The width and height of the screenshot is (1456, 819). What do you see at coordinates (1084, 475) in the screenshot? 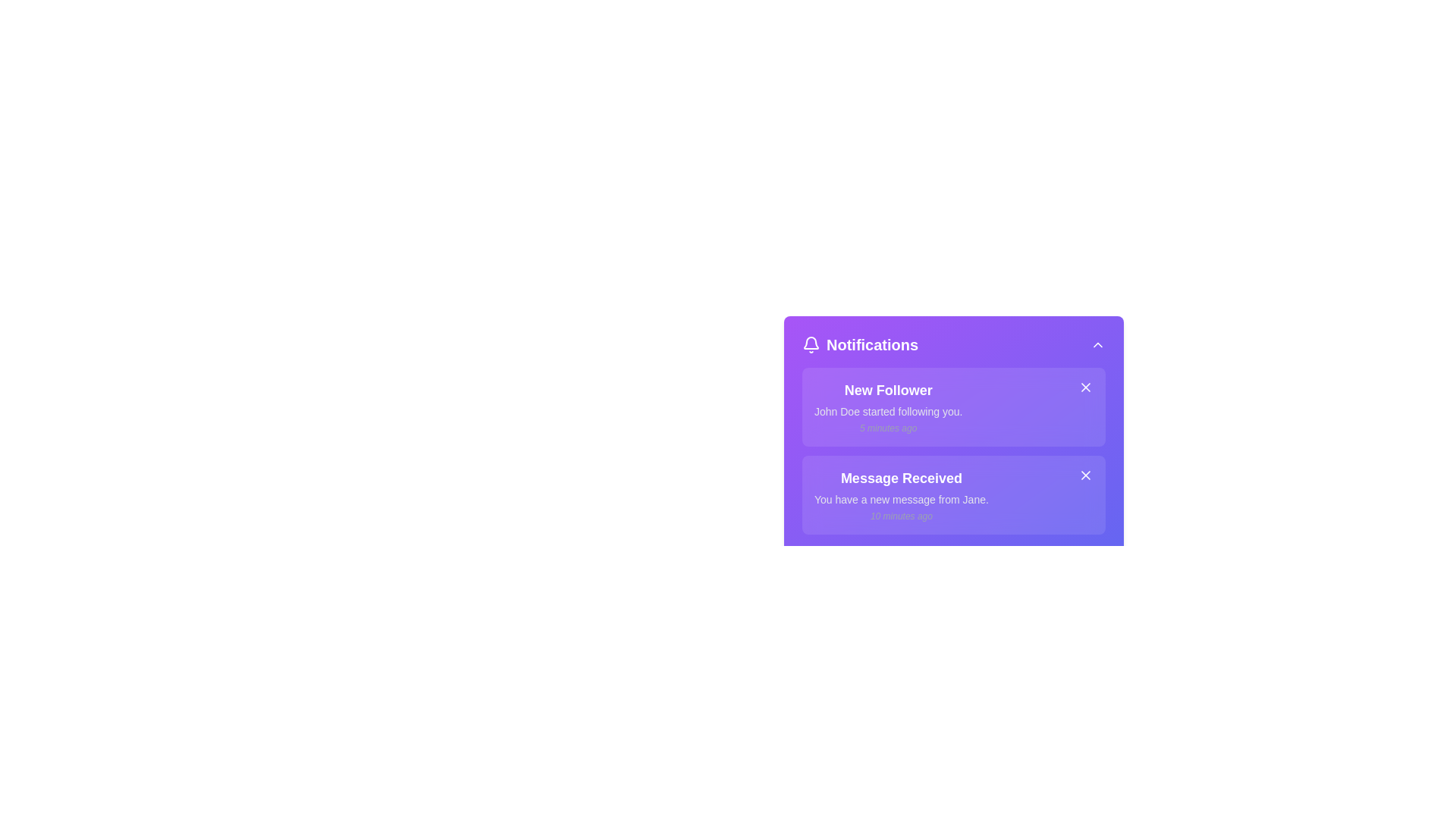
I see `the close button located at the top-right corner of the 'Message Received' notification card` at bounding box center [1084, 475].